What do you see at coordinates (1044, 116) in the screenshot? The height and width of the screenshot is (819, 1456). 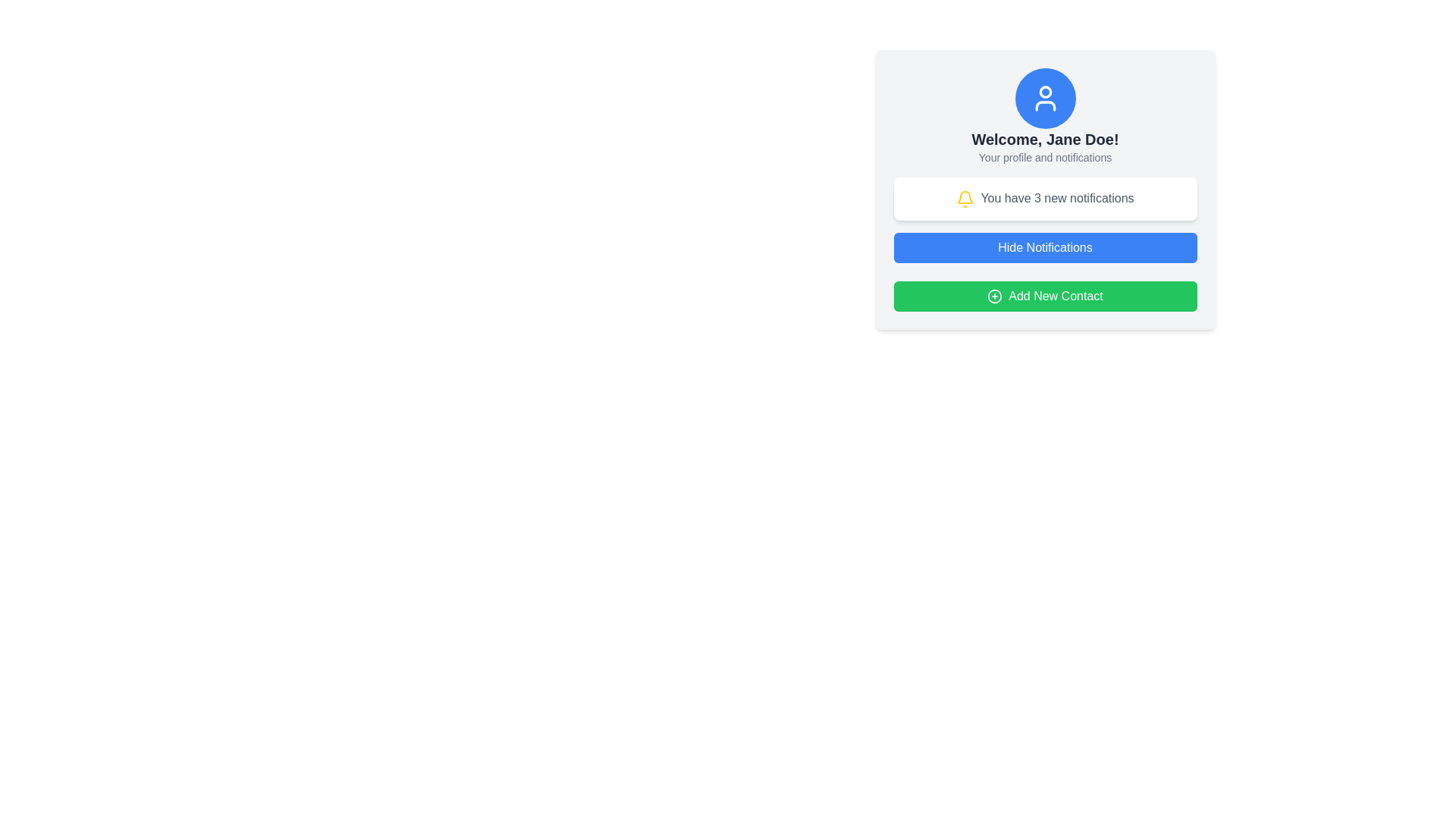 I see `the informational display component that shows 'Welcome, Jane Doe!' with a user icon at the top` at bounding box center [1044, 116].